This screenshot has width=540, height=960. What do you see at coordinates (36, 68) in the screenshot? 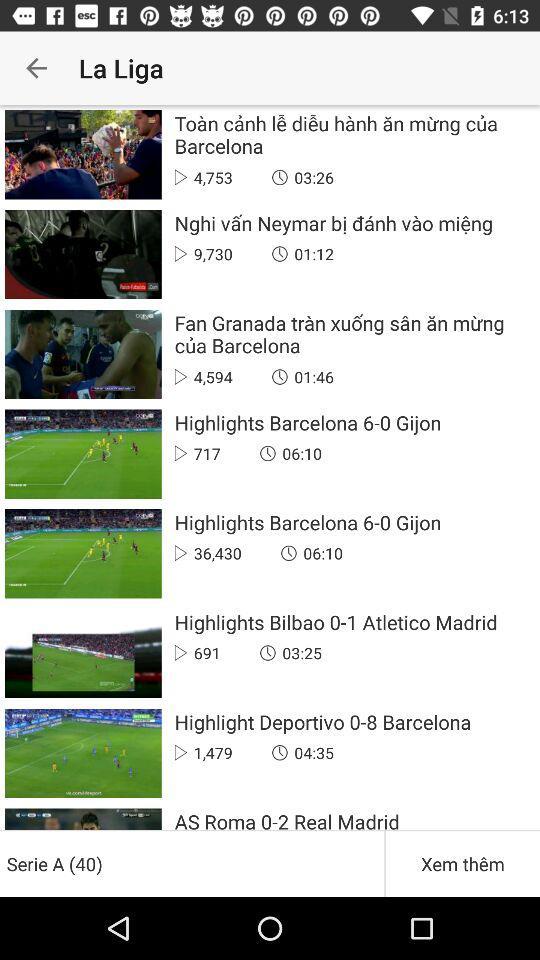
I see `app next to the la liga` at bounding box center [36, 68].